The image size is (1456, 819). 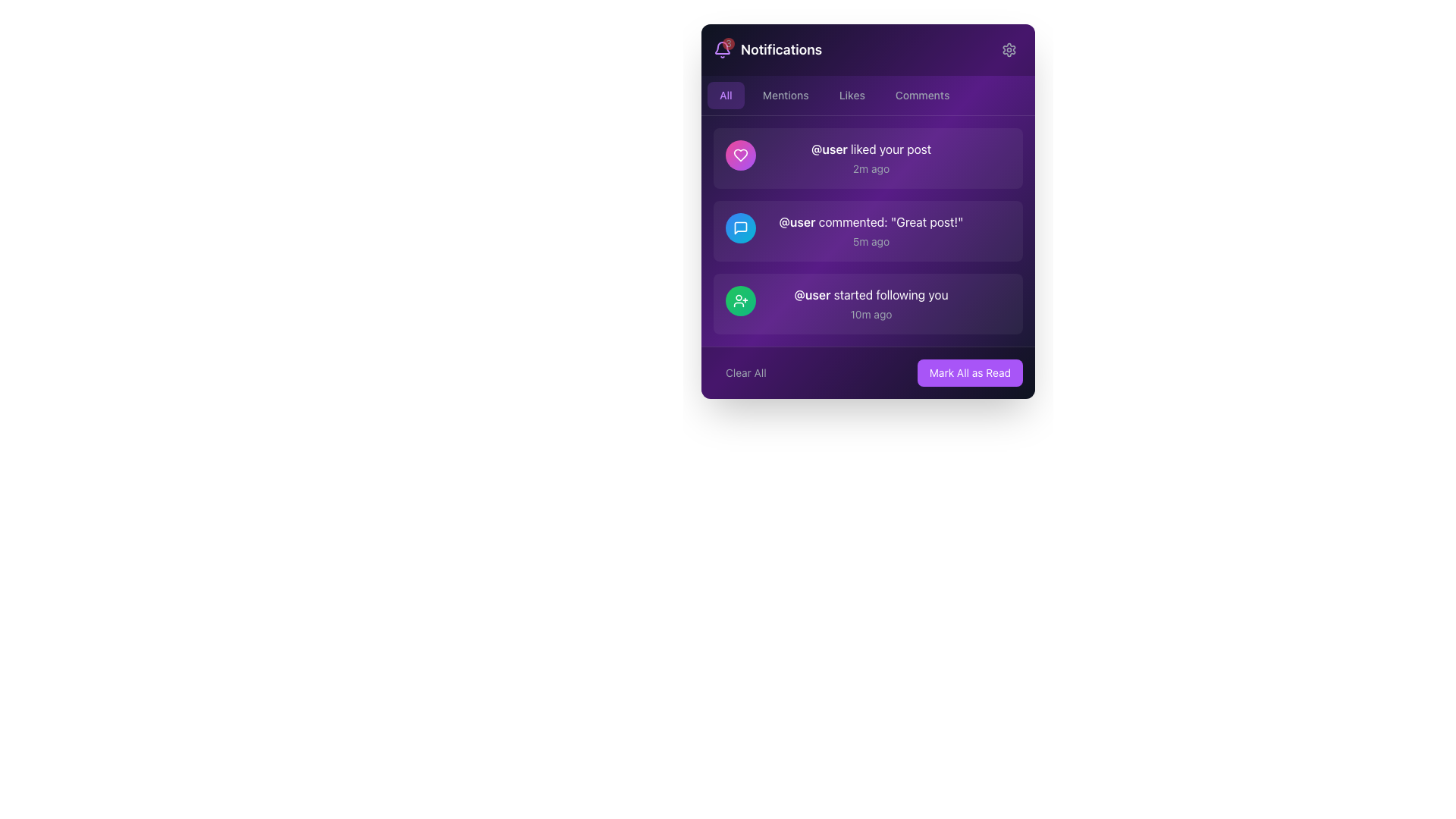 What do you see at coordinates (871, 304) in the screenshot?
I see `text of the notification that displays '@user started following you' in bold white font on a purple background, located in the notification panel` at bounding box center [871, 304].